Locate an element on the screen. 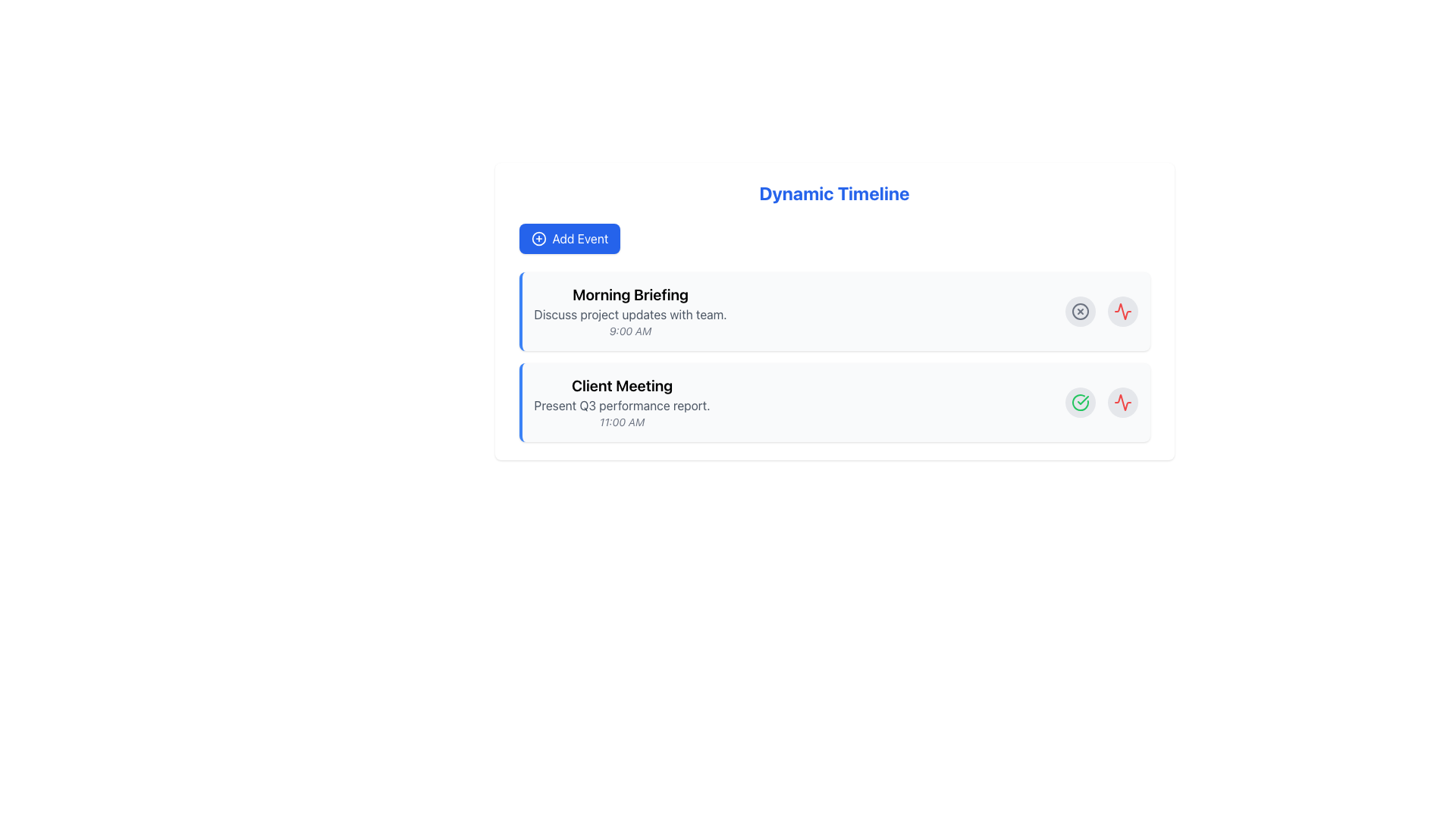 This screenshot has width=1456, height=819. the static text header element that reads 'Dynamic Timeline', which is styled in bold, large, blue font and is centered above the 'Add Event' button is located at coordinates (833, 192).